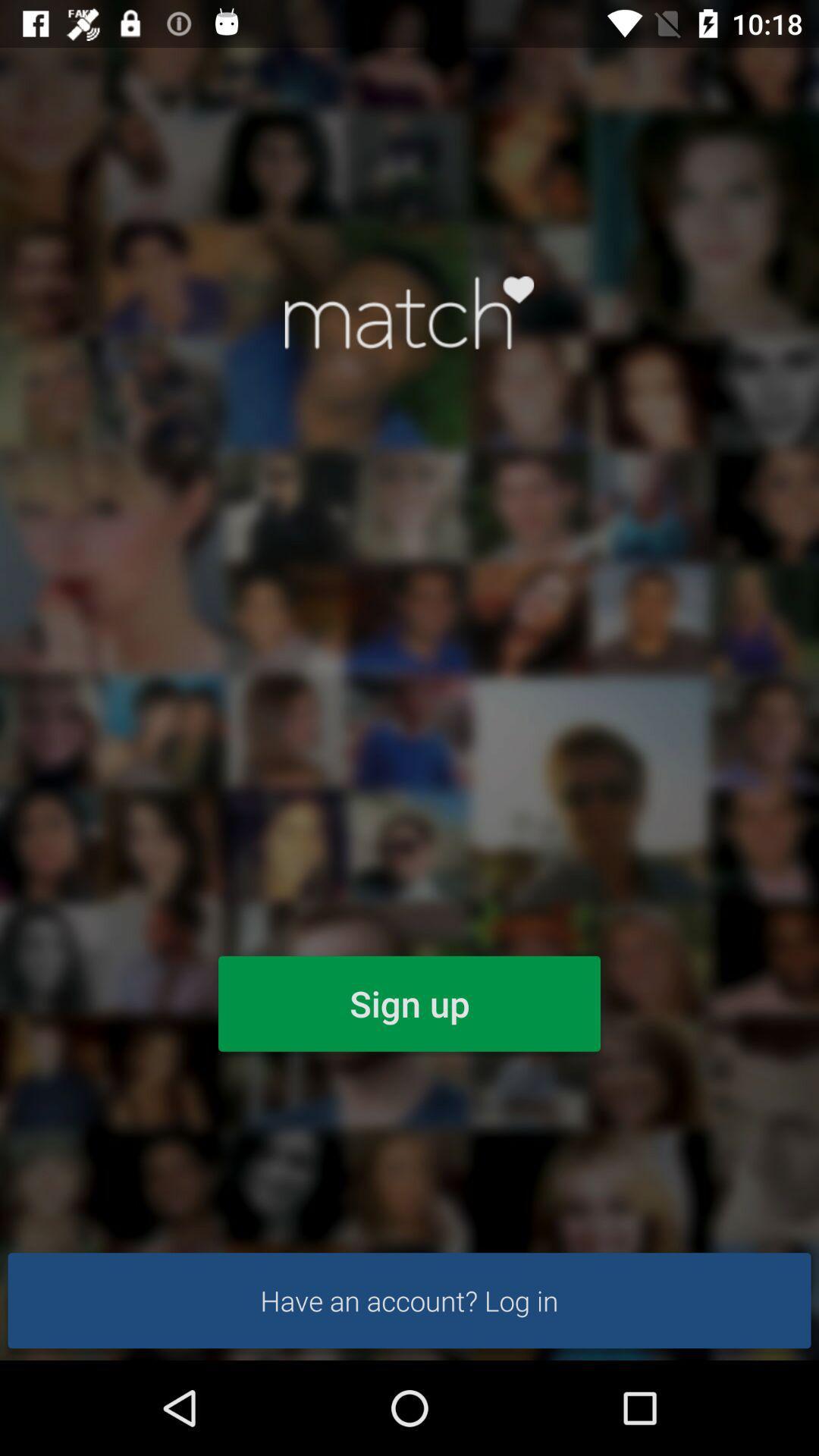 Image resolution: width=819 pixels, height=1456 pixels. What do you see at coordinates (409, 312) in the screenshot?
I see `login` at bounding box center [409, 312].